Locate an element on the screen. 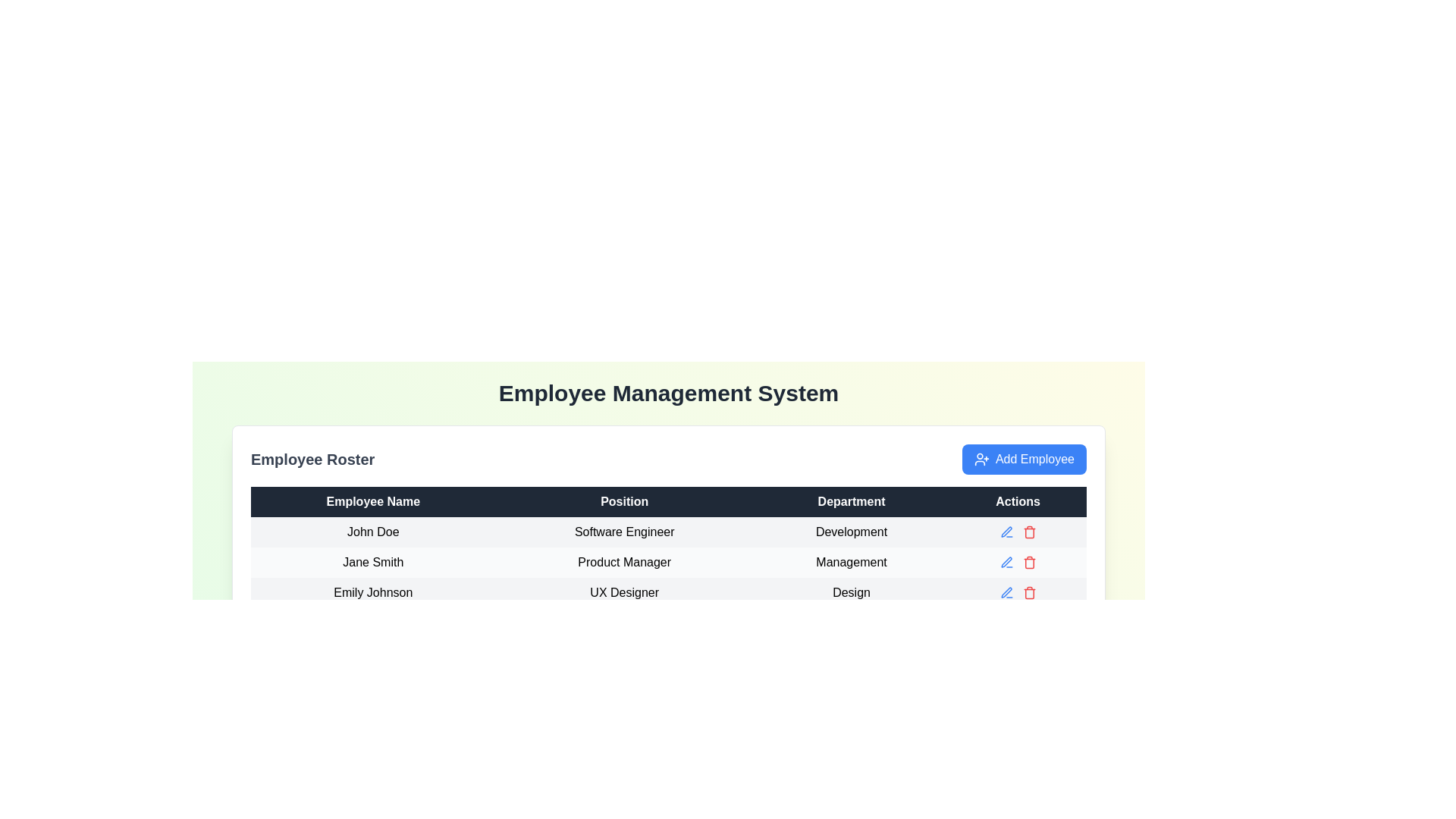  the text element displaying 'Development' in black font under the 'Department' column of the Employee Roster table is located at coordinates (852, 532).